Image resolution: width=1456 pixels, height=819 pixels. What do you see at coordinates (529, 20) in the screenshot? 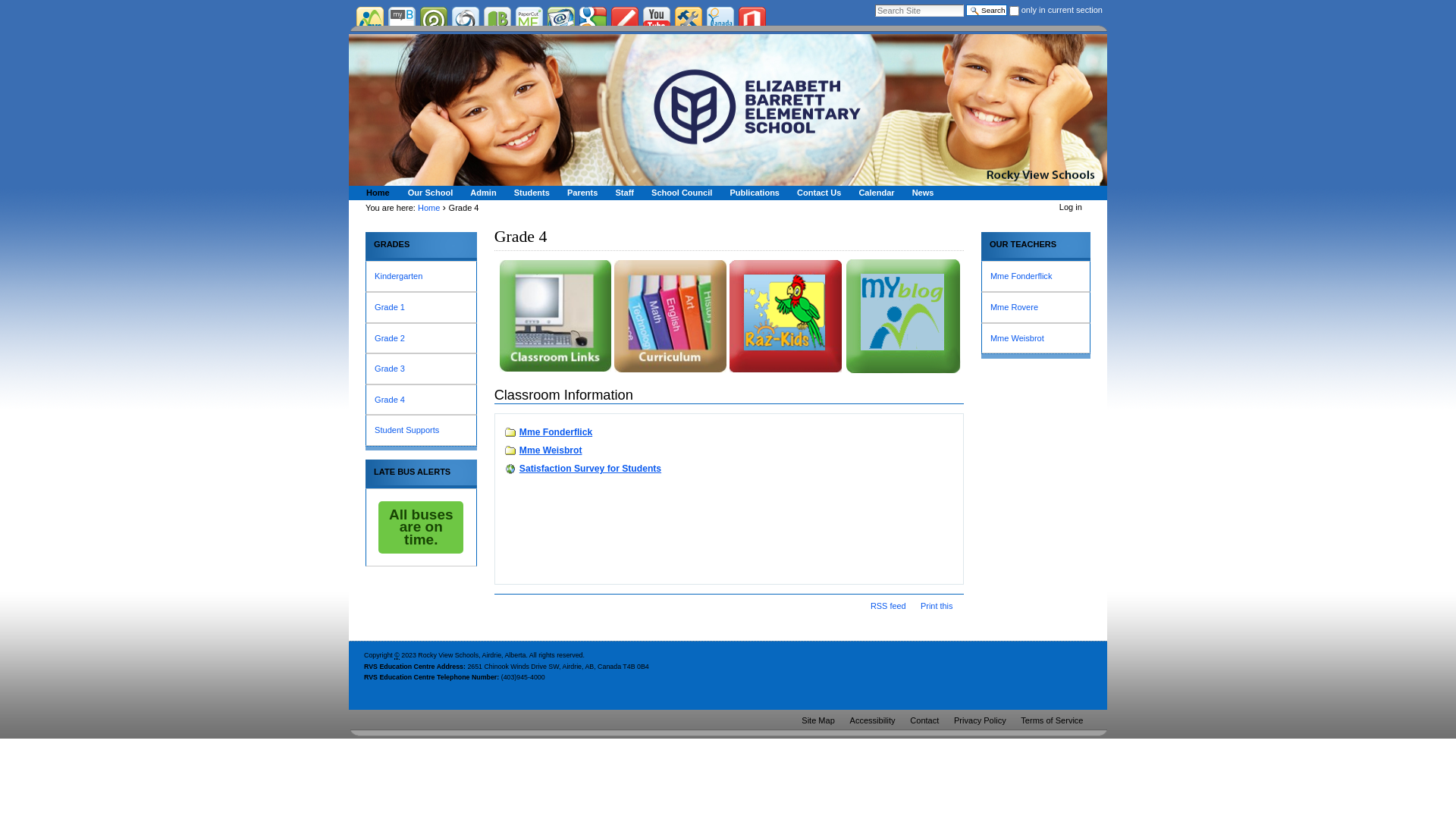
I see `'PaperCut'` at bounding box center [529, 20].